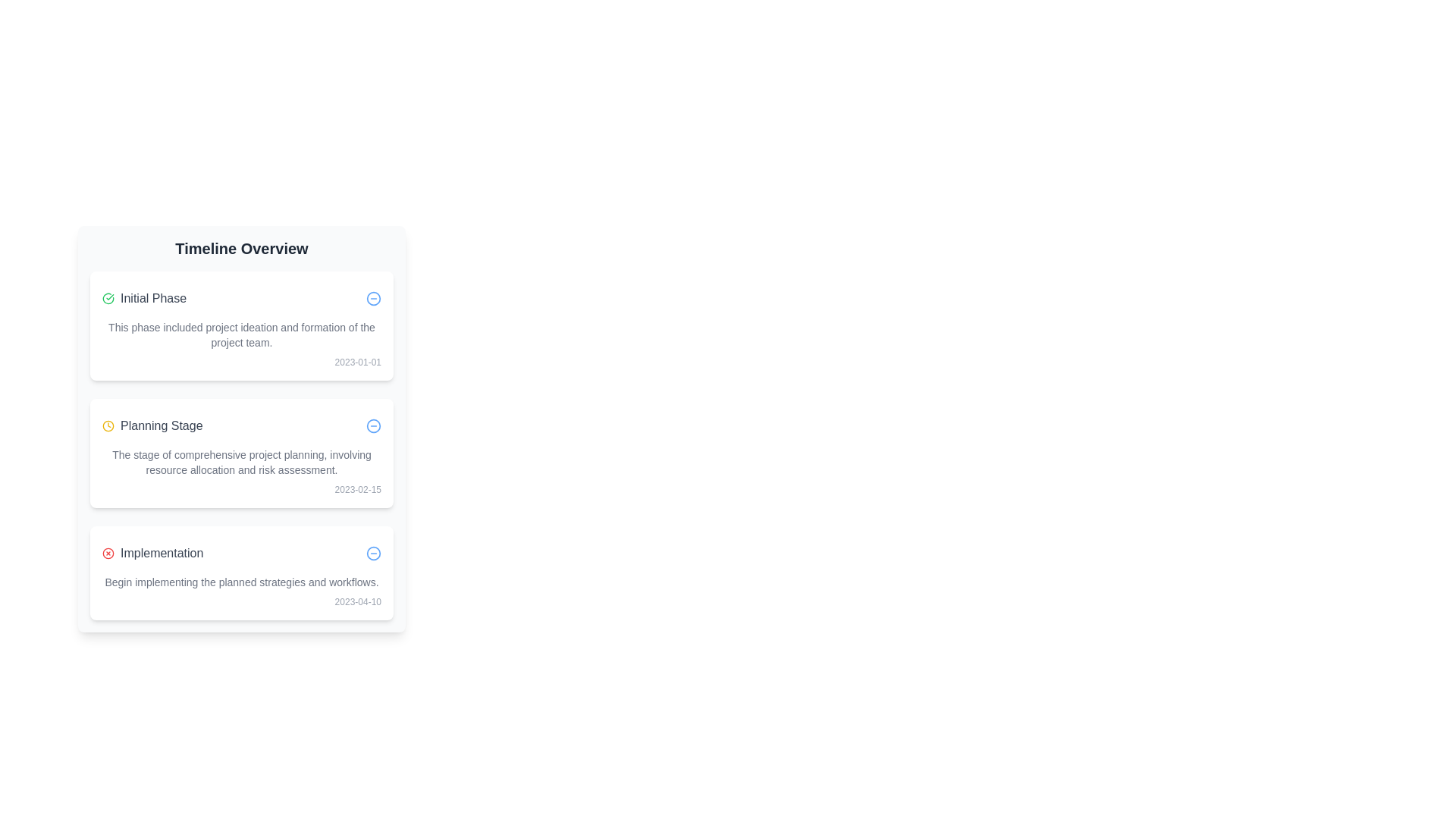  I want to click on label 'Planning Stage' with a yellow clock icon, which is the second element under 'Timeline Overview', so click(152, 426).